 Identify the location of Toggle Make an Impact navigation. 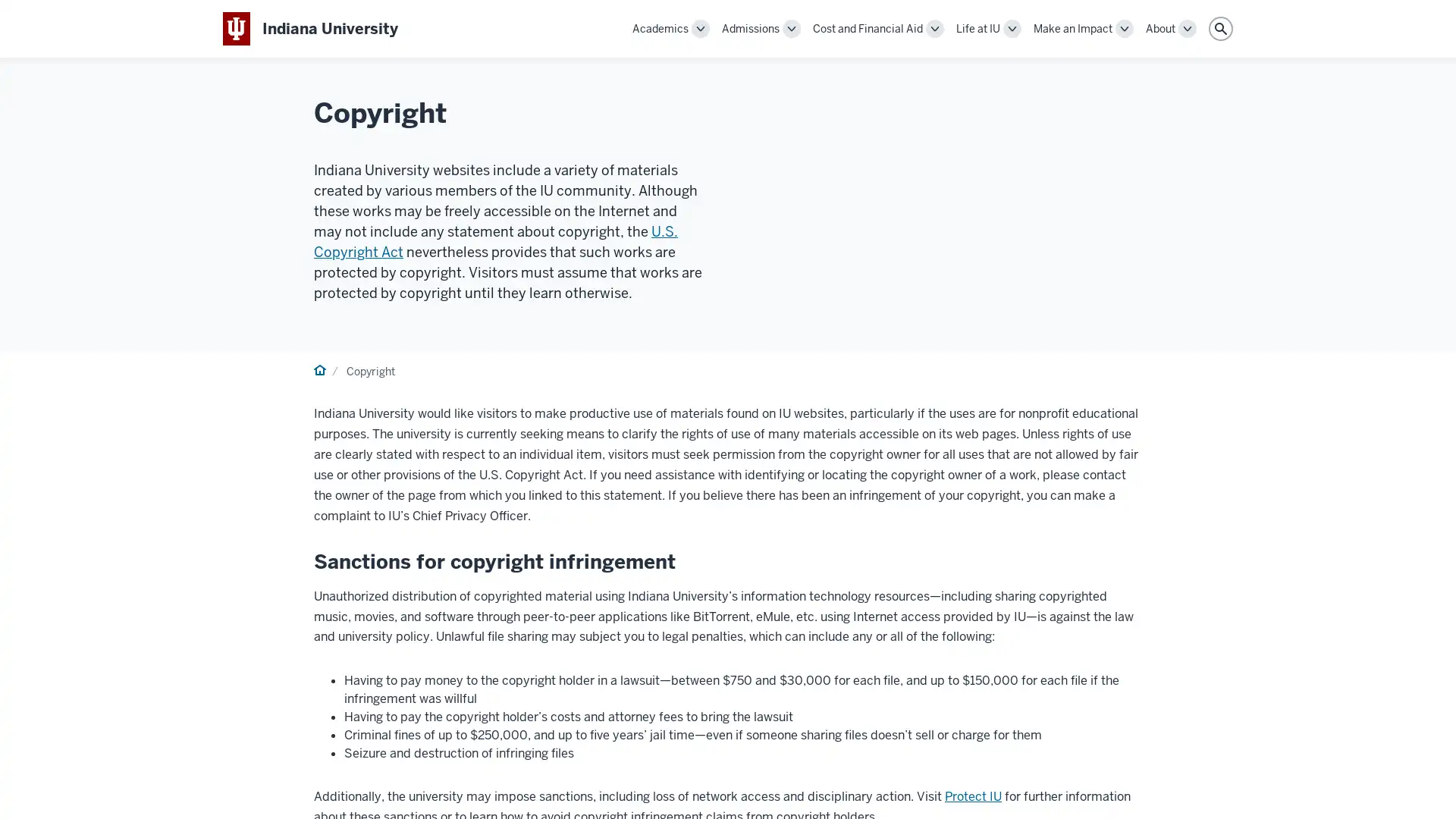
(1125, 29).